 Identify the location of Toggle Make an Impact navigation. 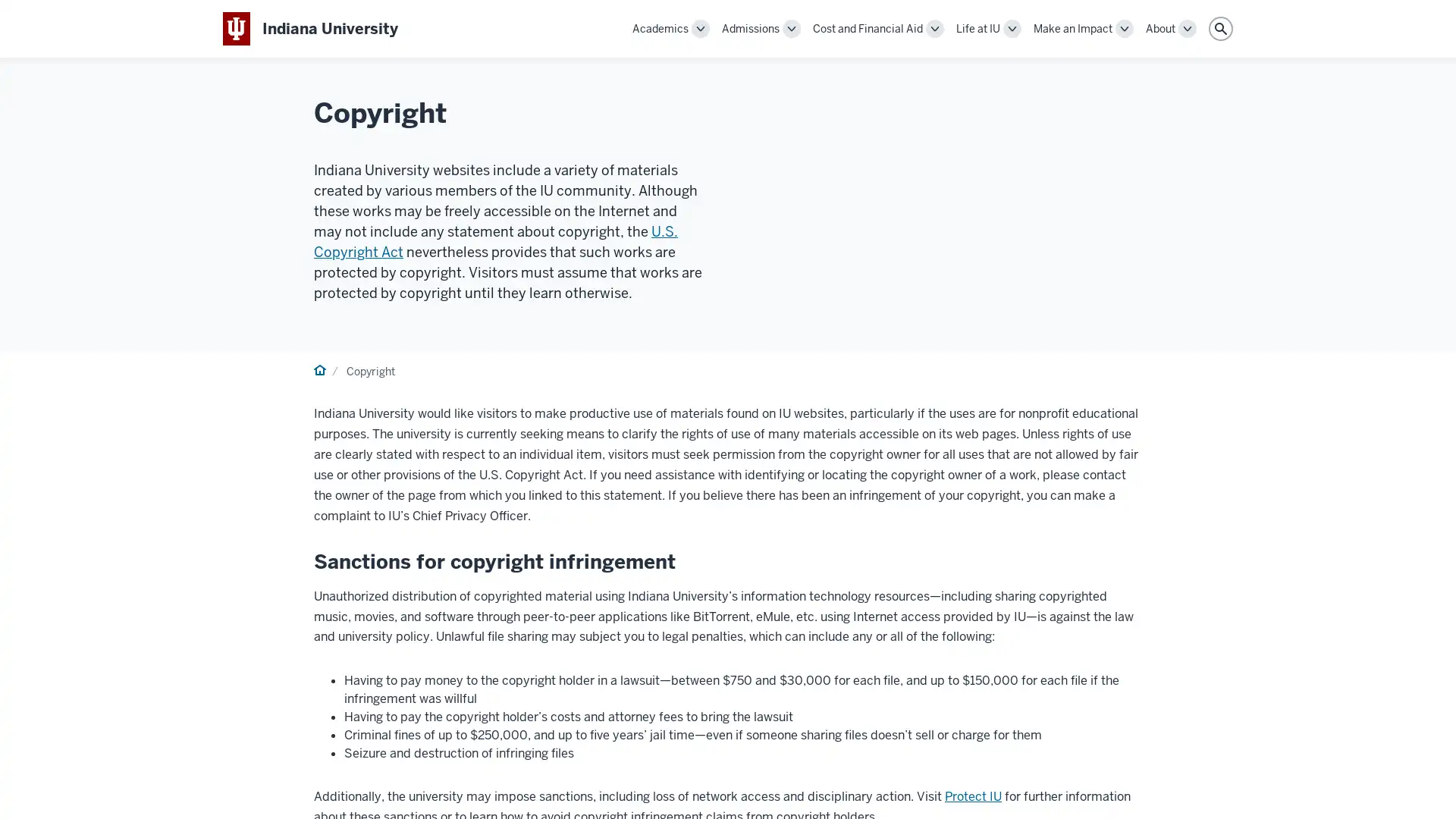
(1125, 29).